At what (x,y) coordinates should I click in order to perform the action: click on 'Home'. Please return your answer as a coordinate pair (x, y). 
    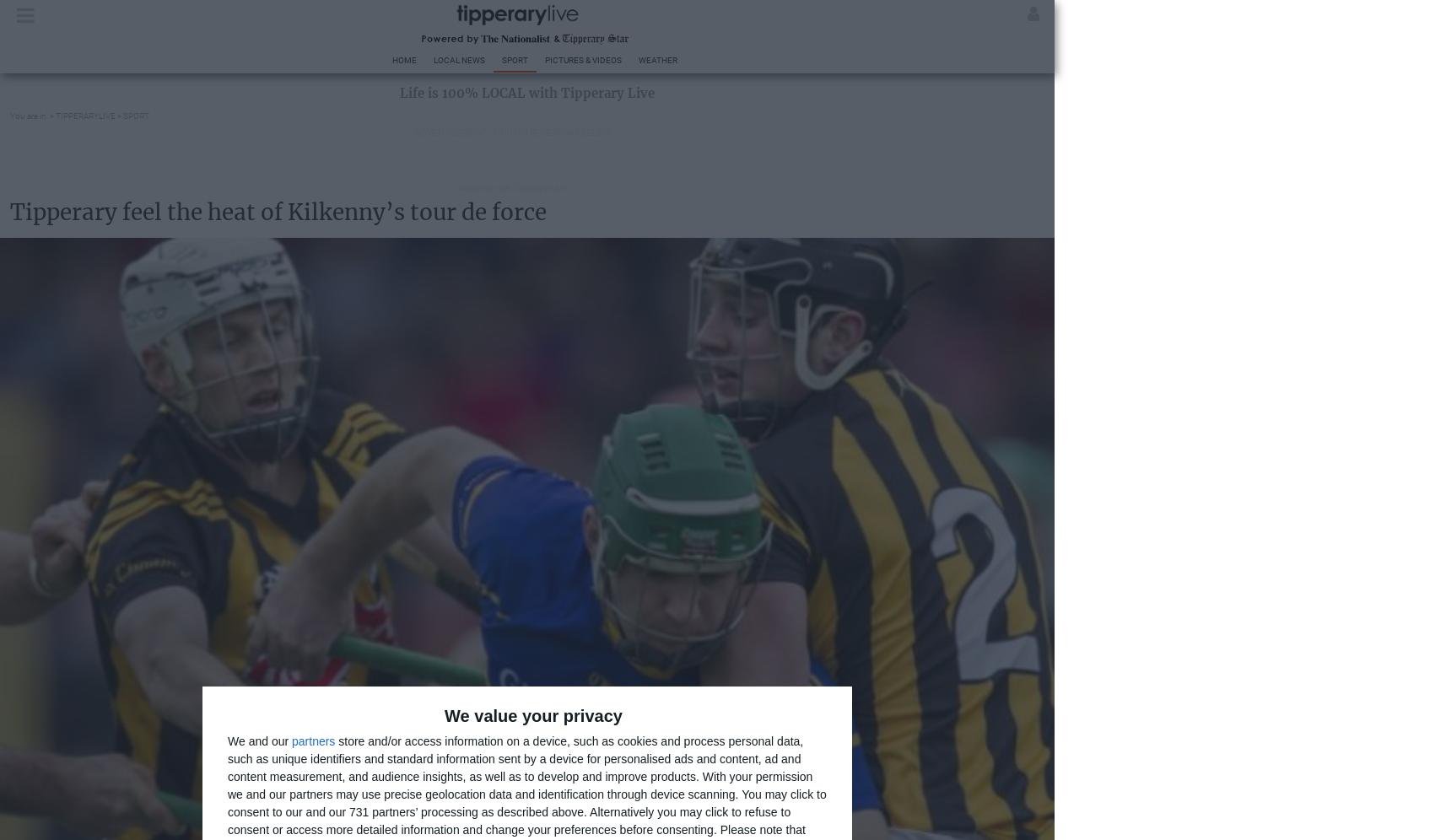
    Looking at the image, I should click on (403, 59).